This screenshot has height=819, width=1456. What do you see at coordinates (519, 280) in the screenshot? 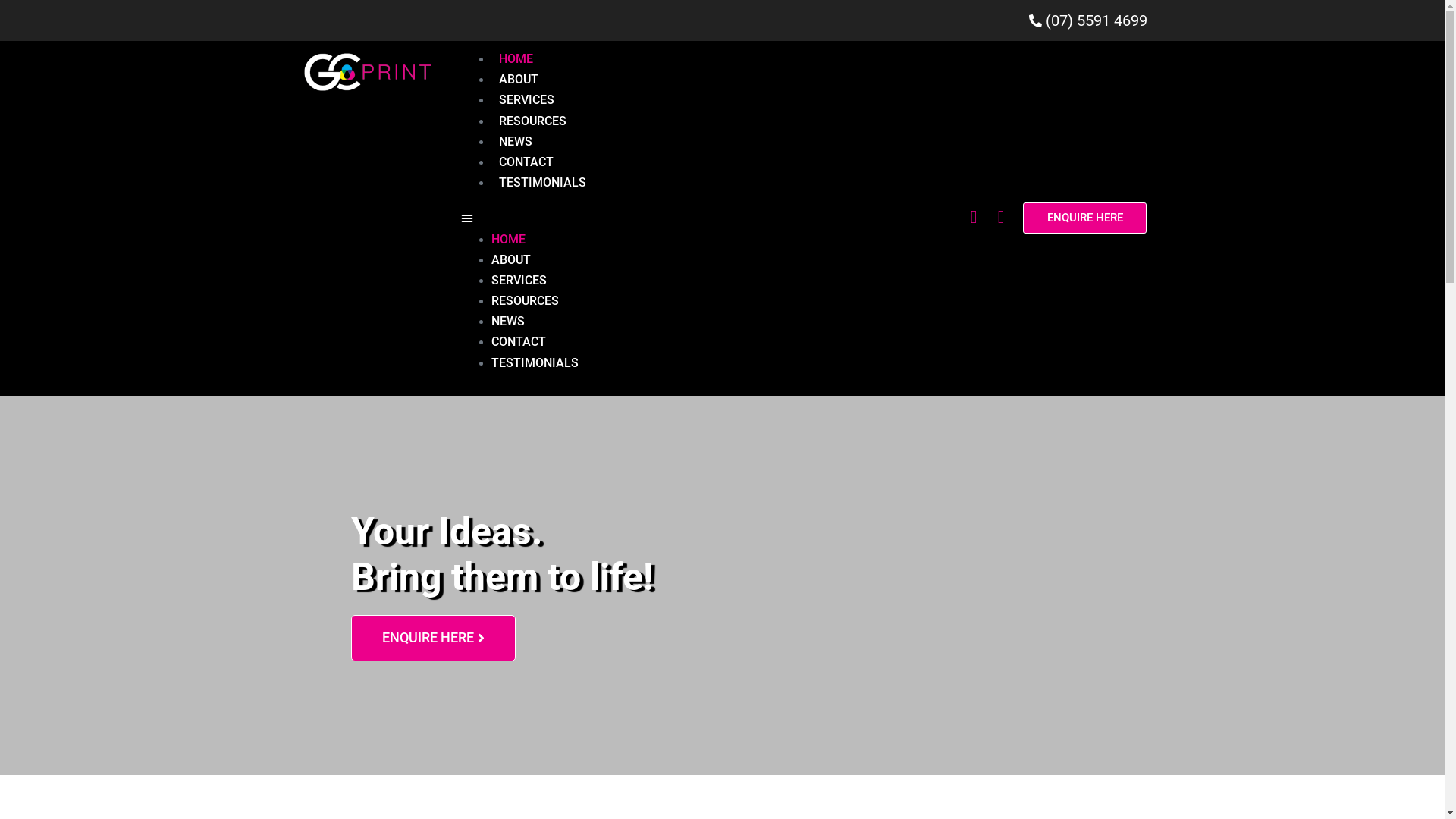
I see `'SERVICES'` at bounding box center [519, 280].